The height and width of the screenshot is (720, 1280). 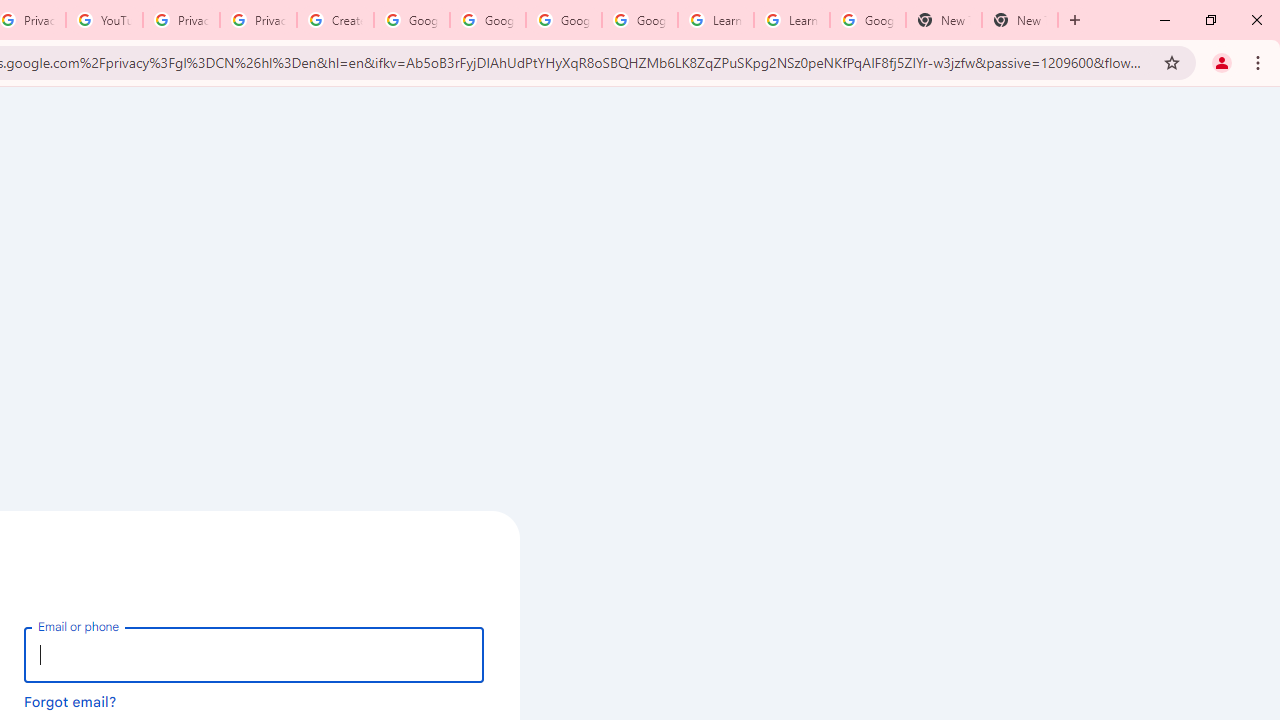 I want to click on 'New Tab', so click(x=943, y=20).